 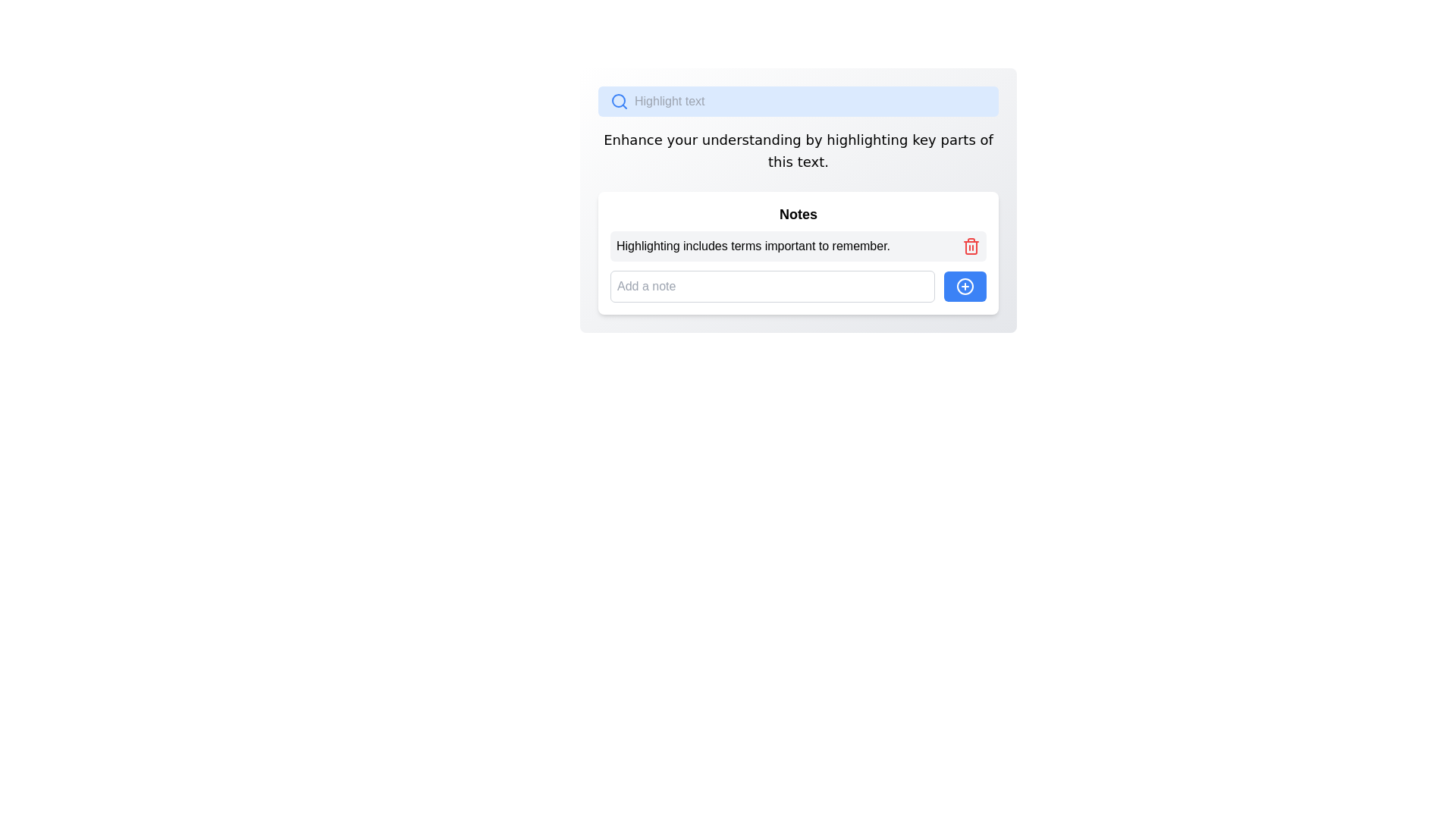 I want to click on the lowercase letter 't' in the phrase 'Enhance your understanding by highlighting key parts of this text.', so click(x=752, y=140).